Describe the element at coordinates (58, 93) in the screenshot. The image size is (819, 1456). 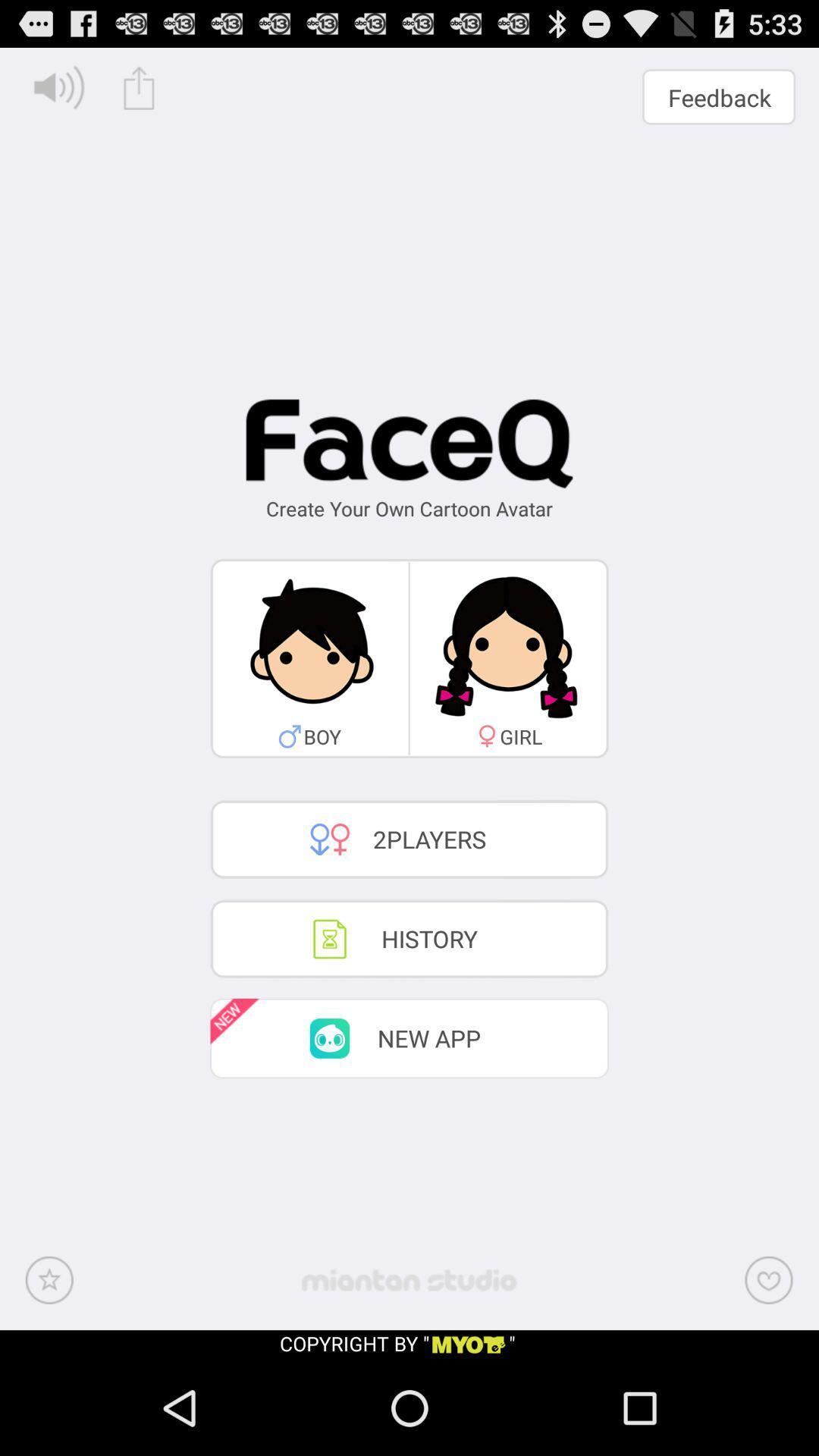
I see `the volume icon` at that location.